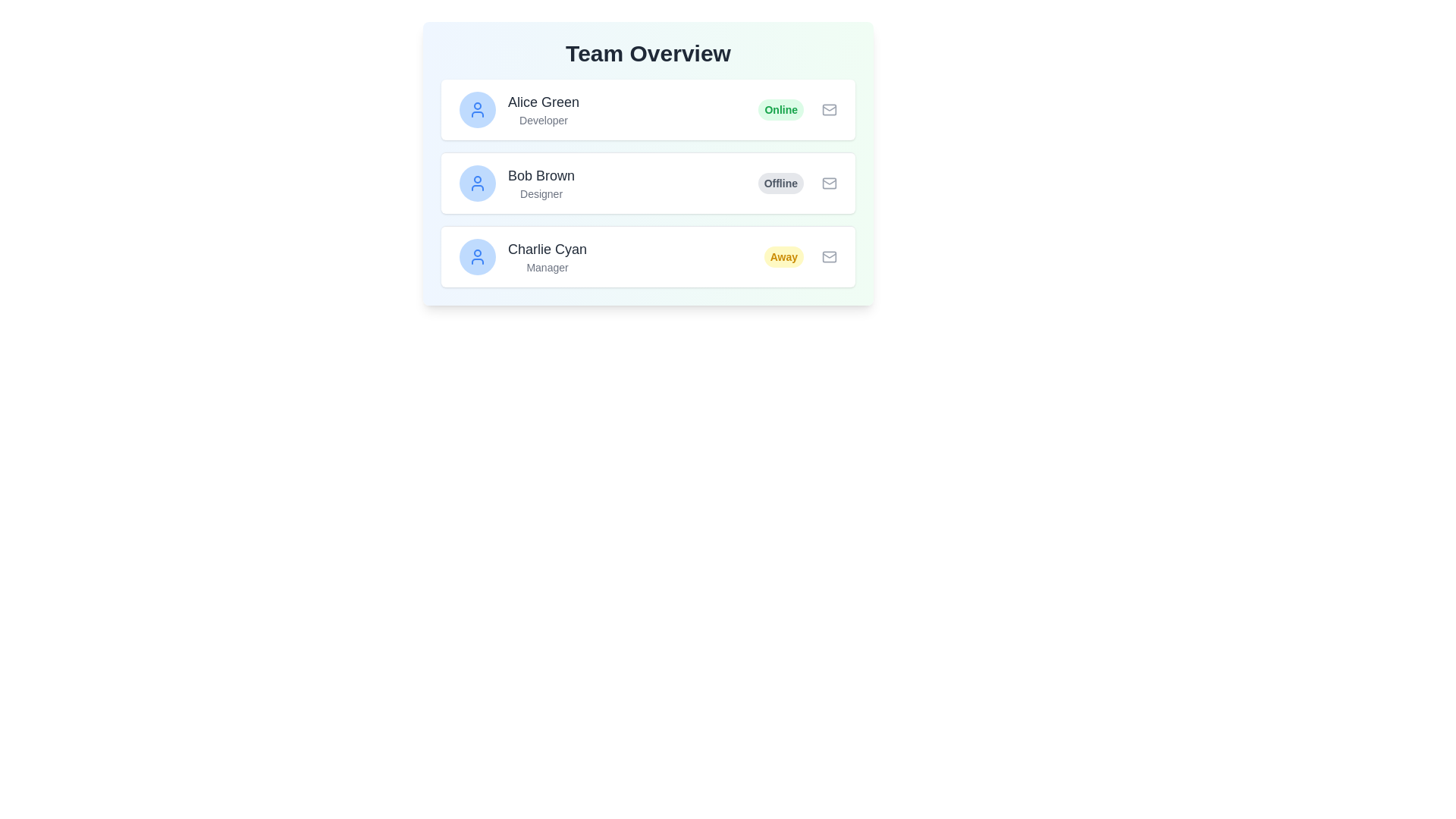  Describe the element at coordinates (543, 109) in the screenshot. I see `displayed text from the user profile element labeled 'Alice Green' with the title 'Developer' located in the first row of the Team Overview section` at that location.